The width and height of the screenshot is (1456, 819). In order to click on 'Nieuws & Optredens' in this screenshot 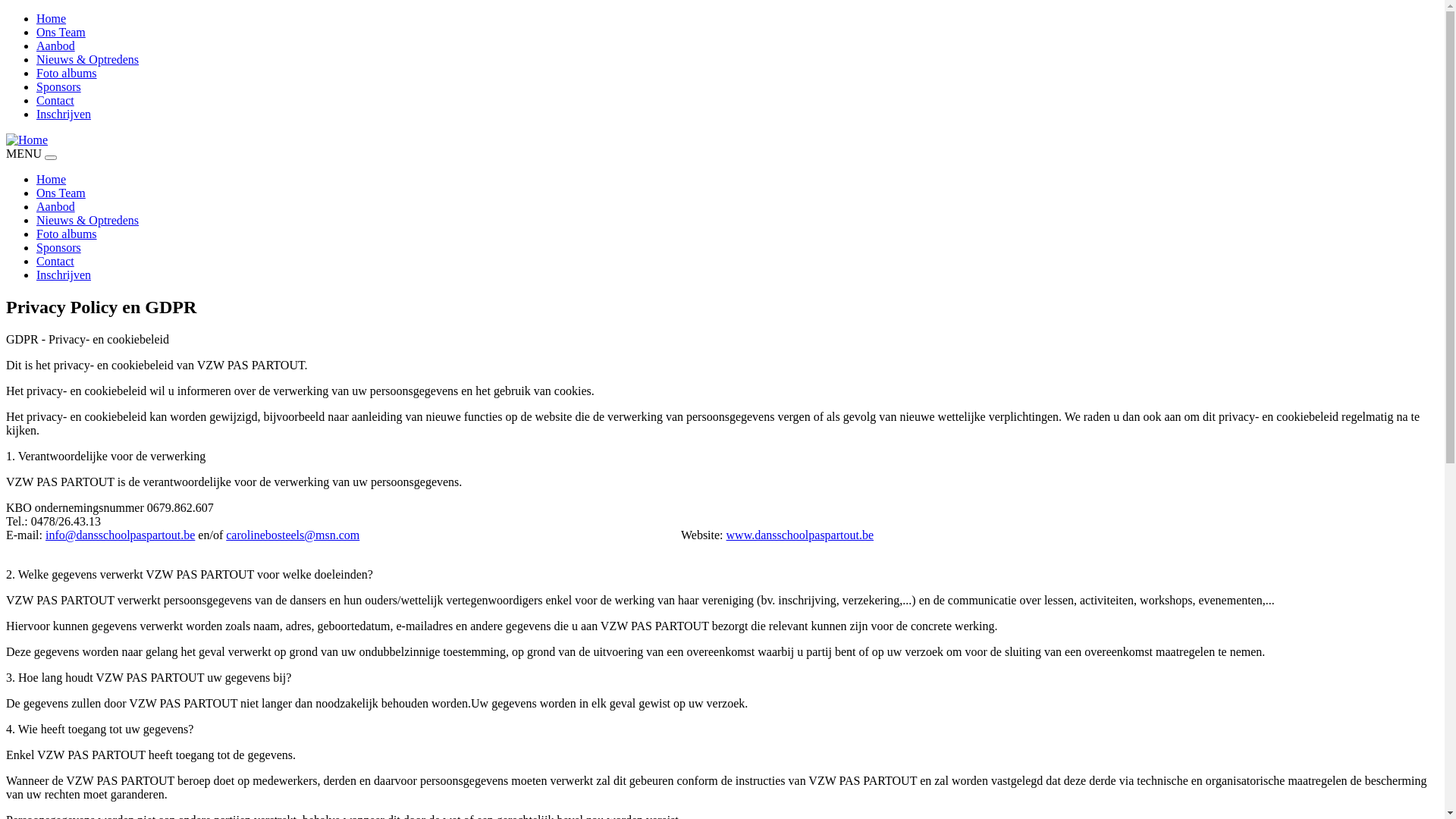, I will do `click(86, 220)`.